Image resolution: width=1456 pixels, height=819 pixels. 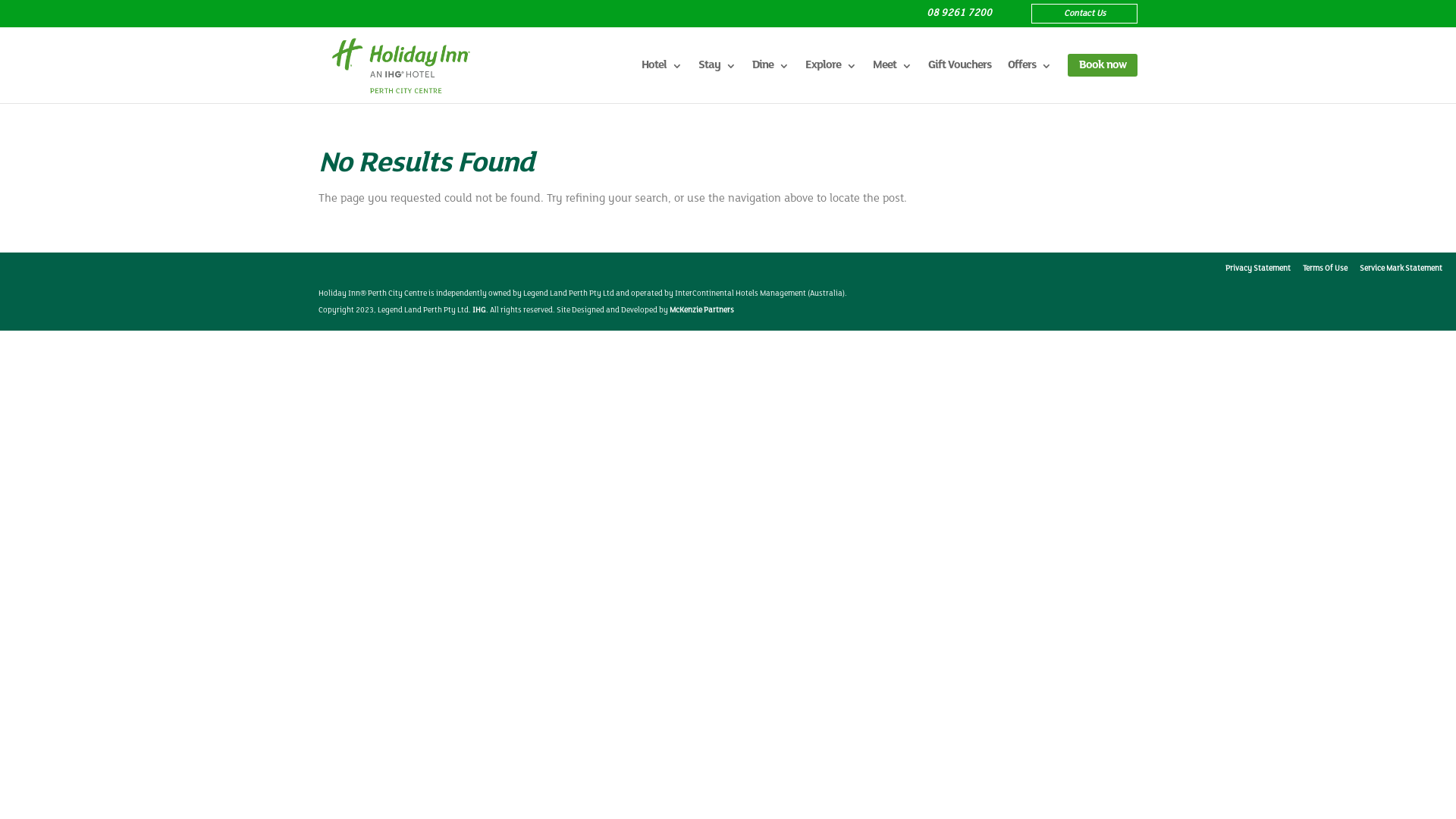 What do you see at coordinates (1258, 268) in the screenshot?
I see `'Privacy Statement'` at bounding box center [1258, 268].